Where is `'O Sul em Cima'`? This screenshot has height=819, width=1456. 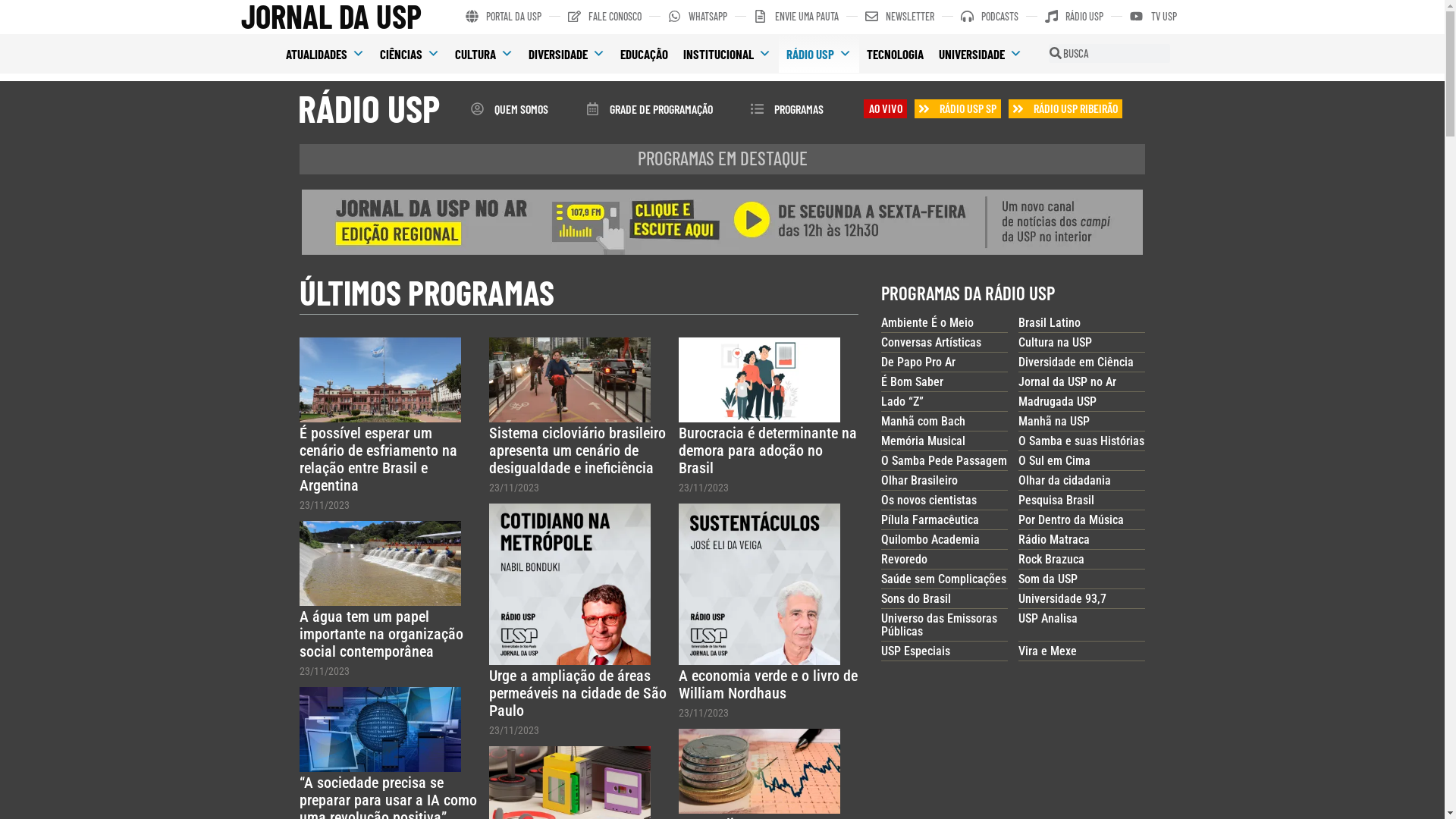
'O Sul em Cima' is located at coordinates (1053, 460).